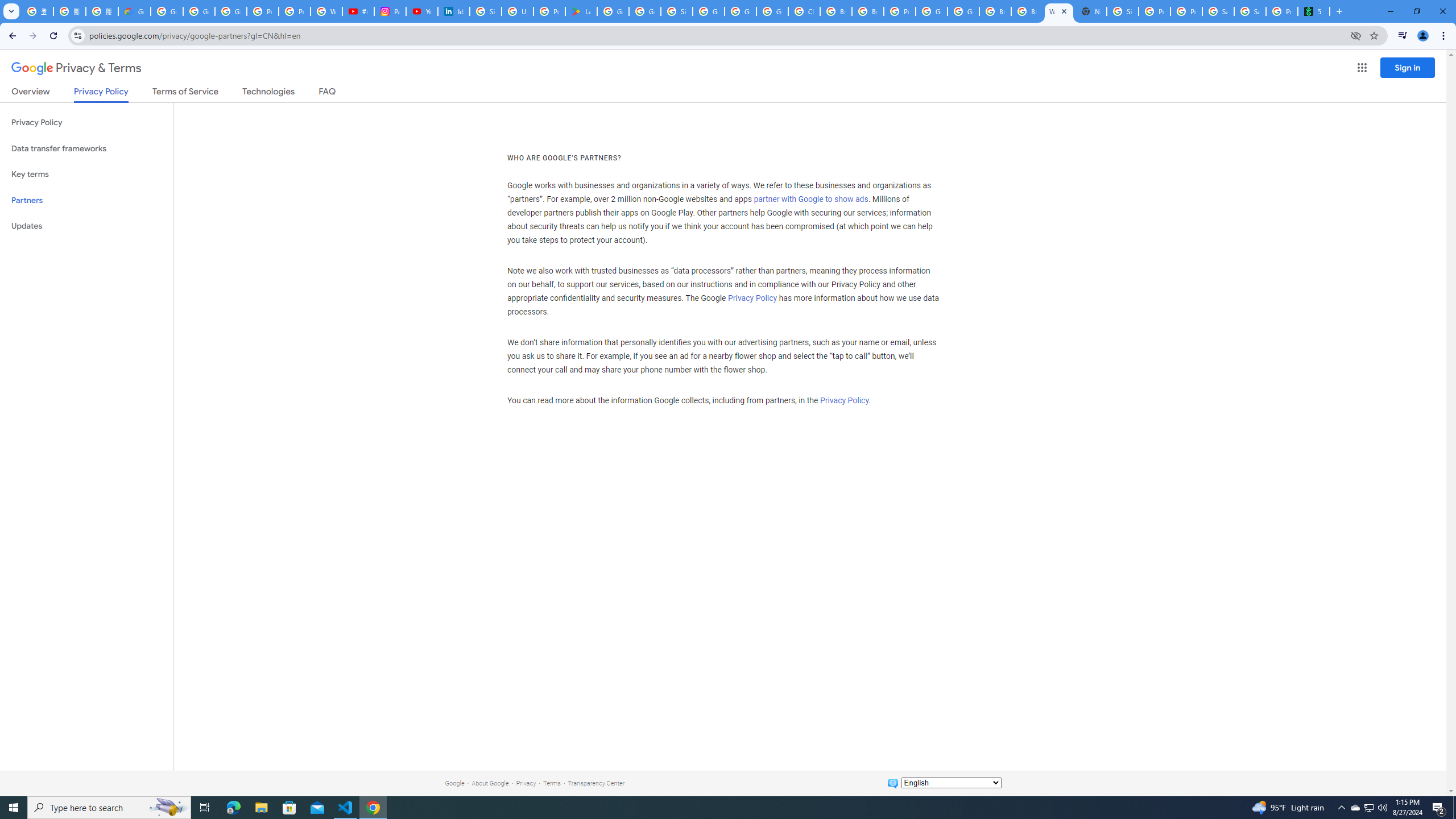 The image size is (1456, 819). Describe the element at coordinates (1361, 67) in the screenshot. I see `'Google apps'` at that location.